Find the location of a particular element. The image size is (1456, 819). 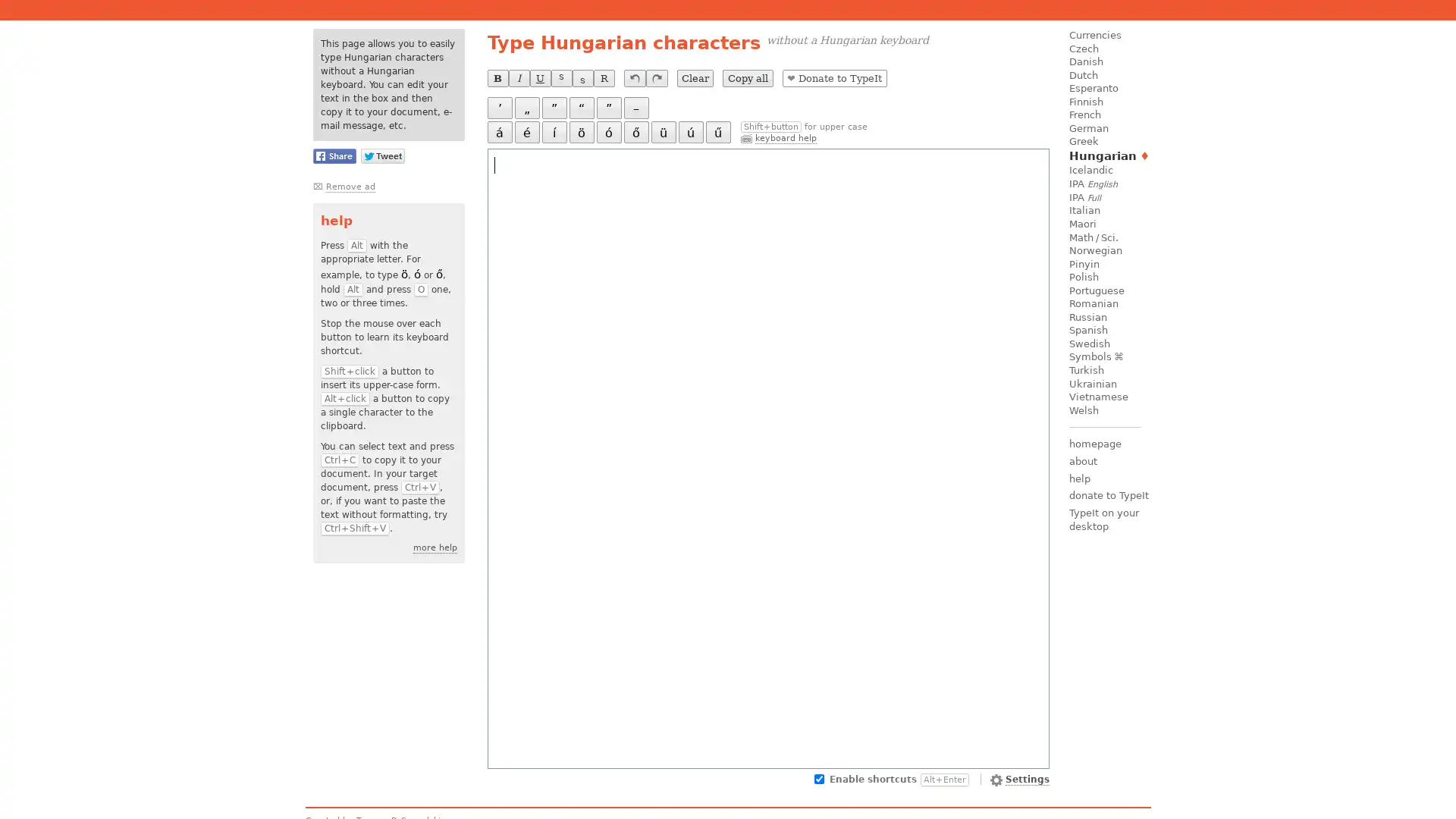

o is located at coordinates (580, 131).